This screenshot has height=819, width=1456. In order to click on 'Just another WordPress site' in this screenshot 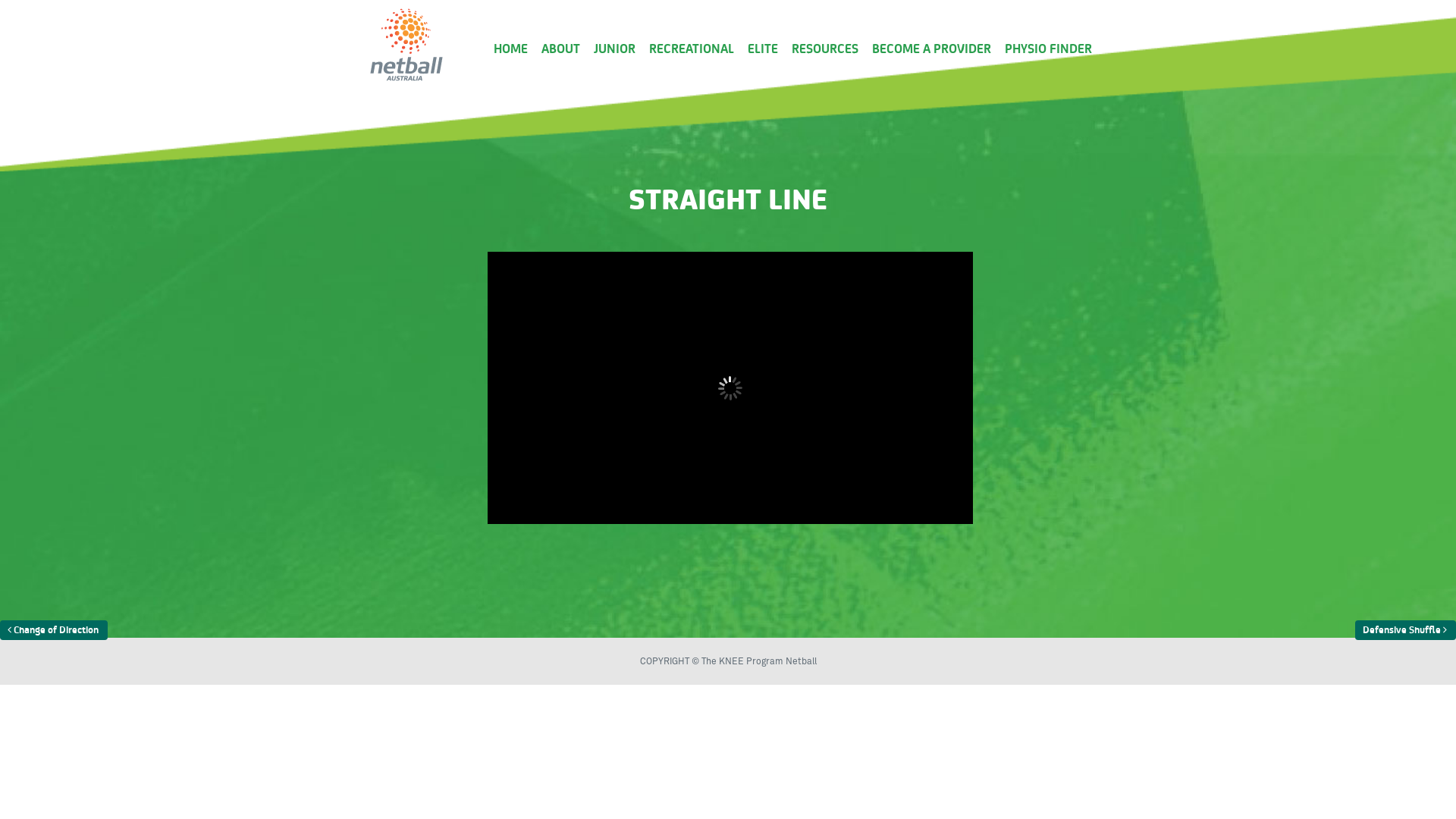, I will do `click(406, 79)`.